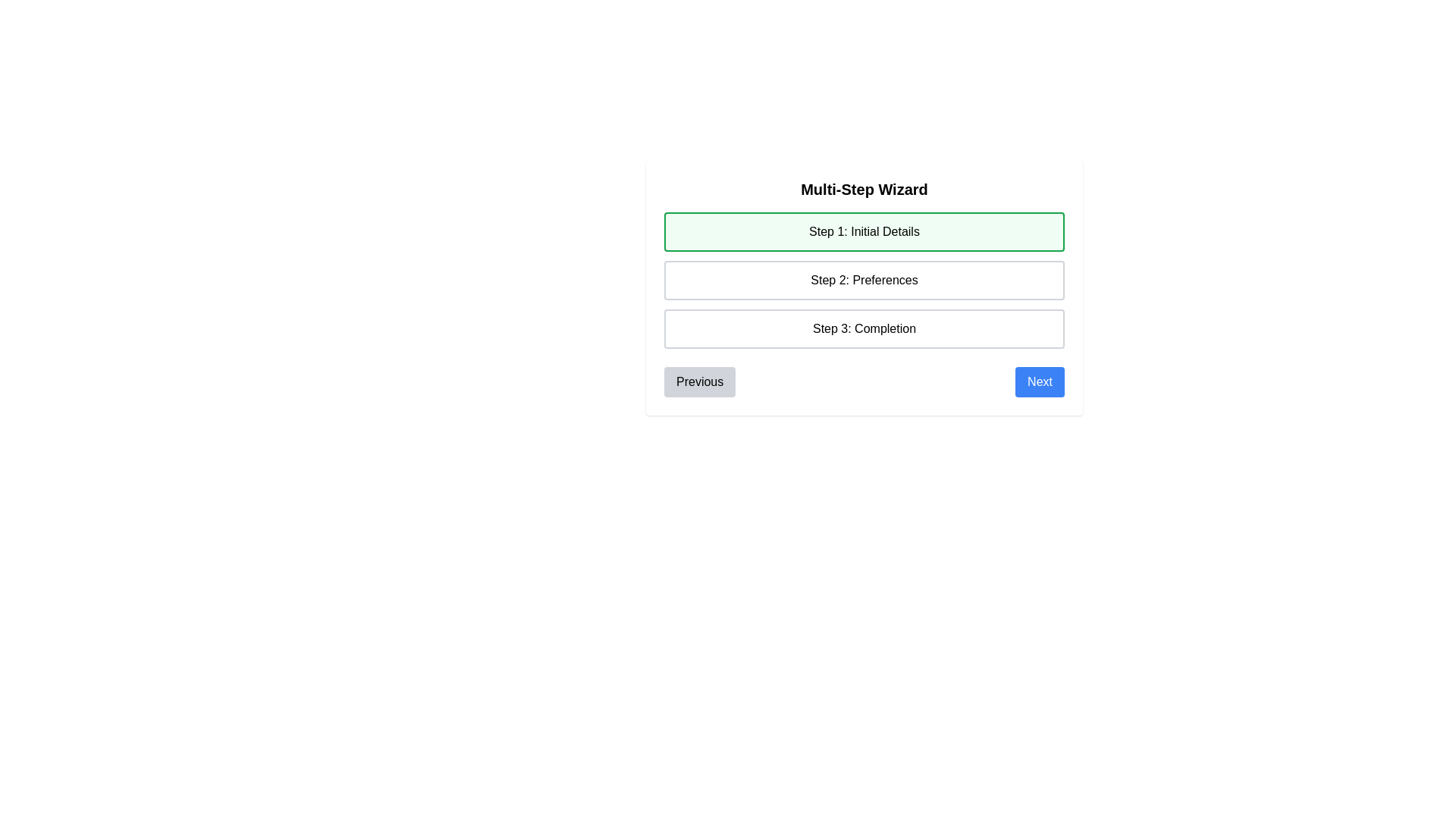 Image resolution: width=1456 pixels, height=819 pixels. Describe the element at coordinates (864, 189) in the screenshot. I see `the header text of the wizard interface, which indicates the purpose of the multi-step process` at that location.